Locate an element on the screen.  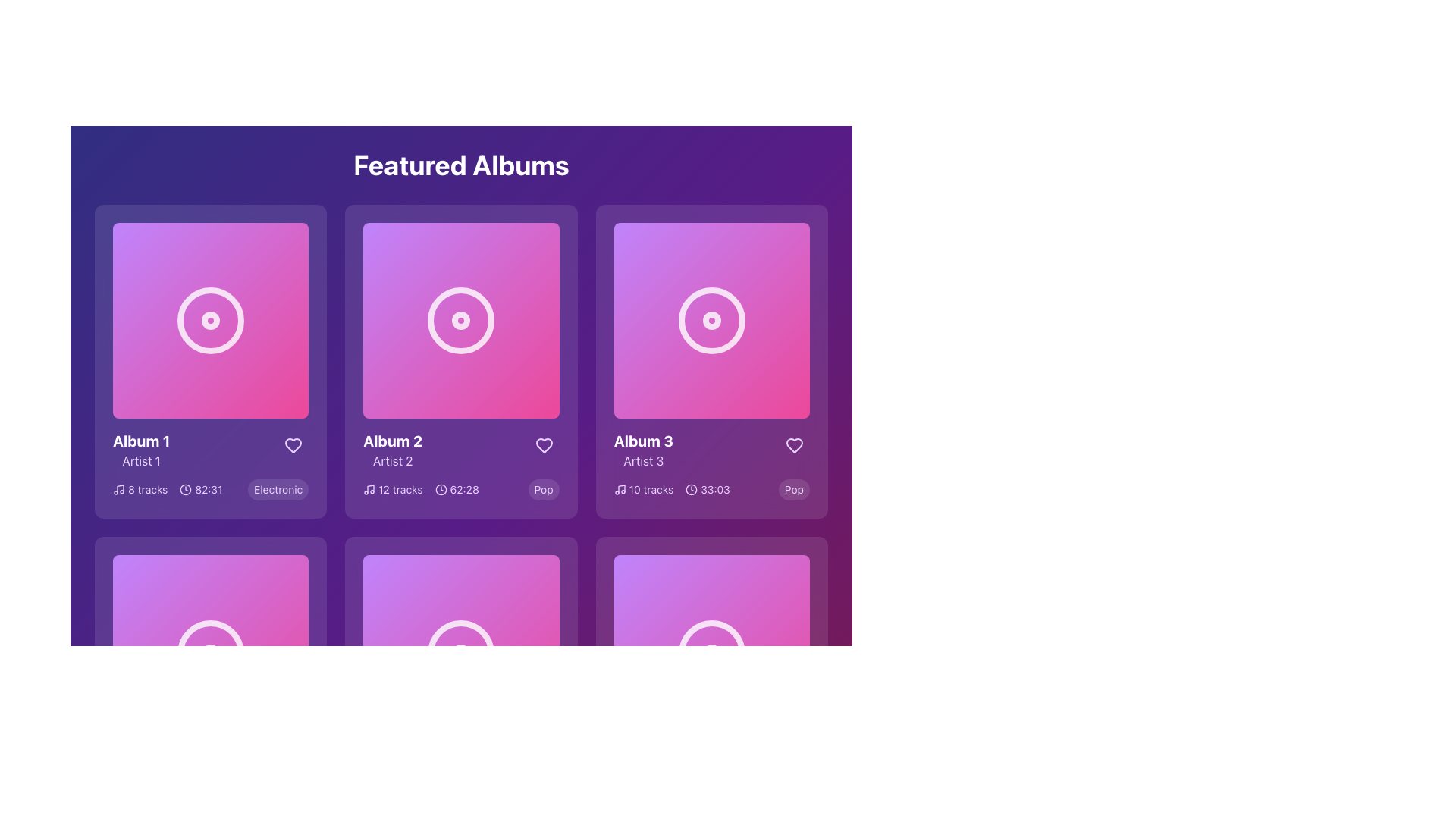
the heart-shaped icon button outlined in purple located in the bottom-right corner of the 'Album 1 by Artist 1' card is located at coordinates (293, 445).